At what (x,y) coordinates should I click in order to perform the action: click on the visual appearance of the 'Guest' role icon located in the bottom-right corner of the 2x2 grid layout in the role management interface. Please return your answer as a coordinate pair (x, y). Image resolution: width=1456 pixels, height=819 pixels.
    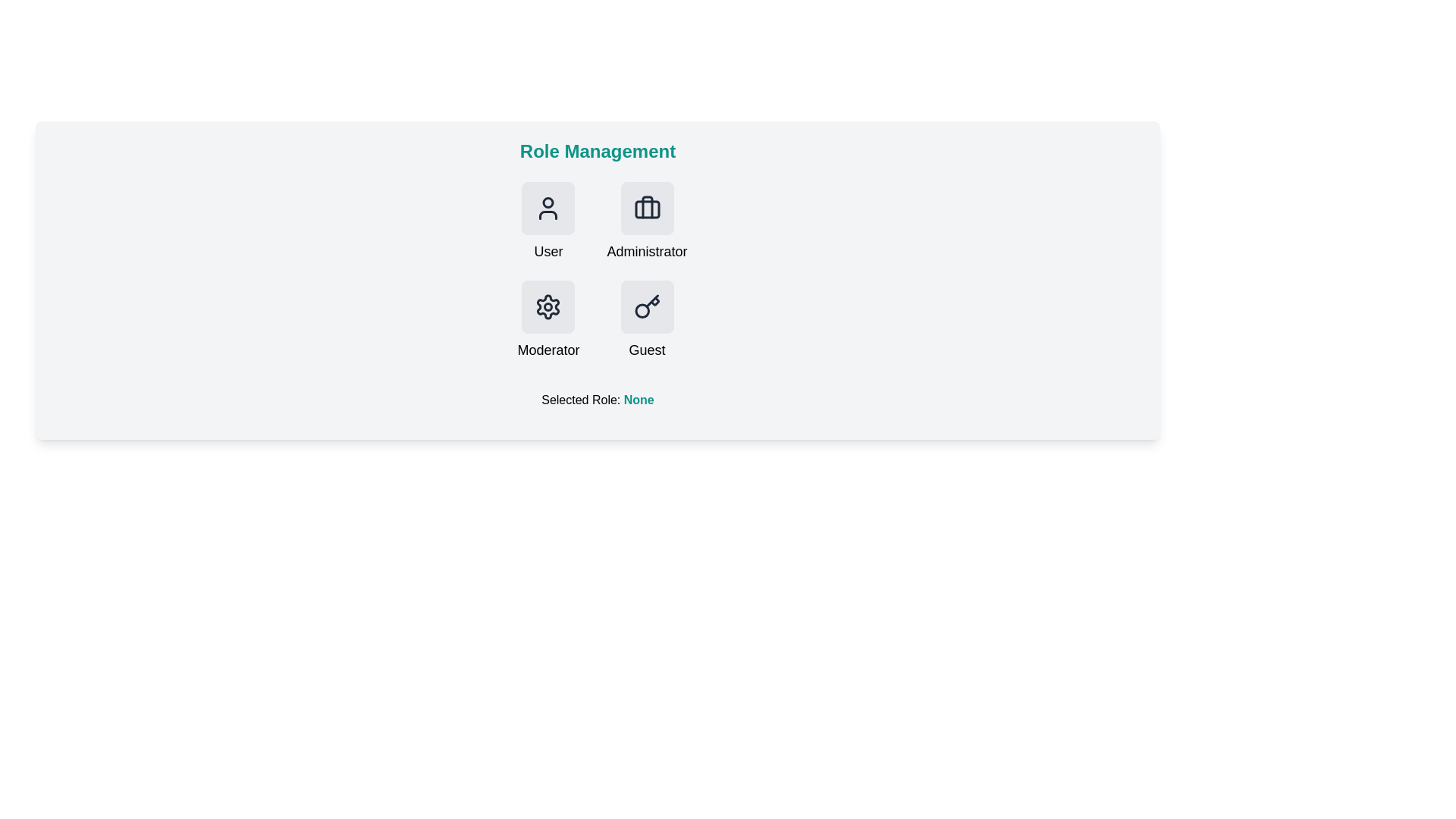
    Looking at the image, I should click on (647, 307).